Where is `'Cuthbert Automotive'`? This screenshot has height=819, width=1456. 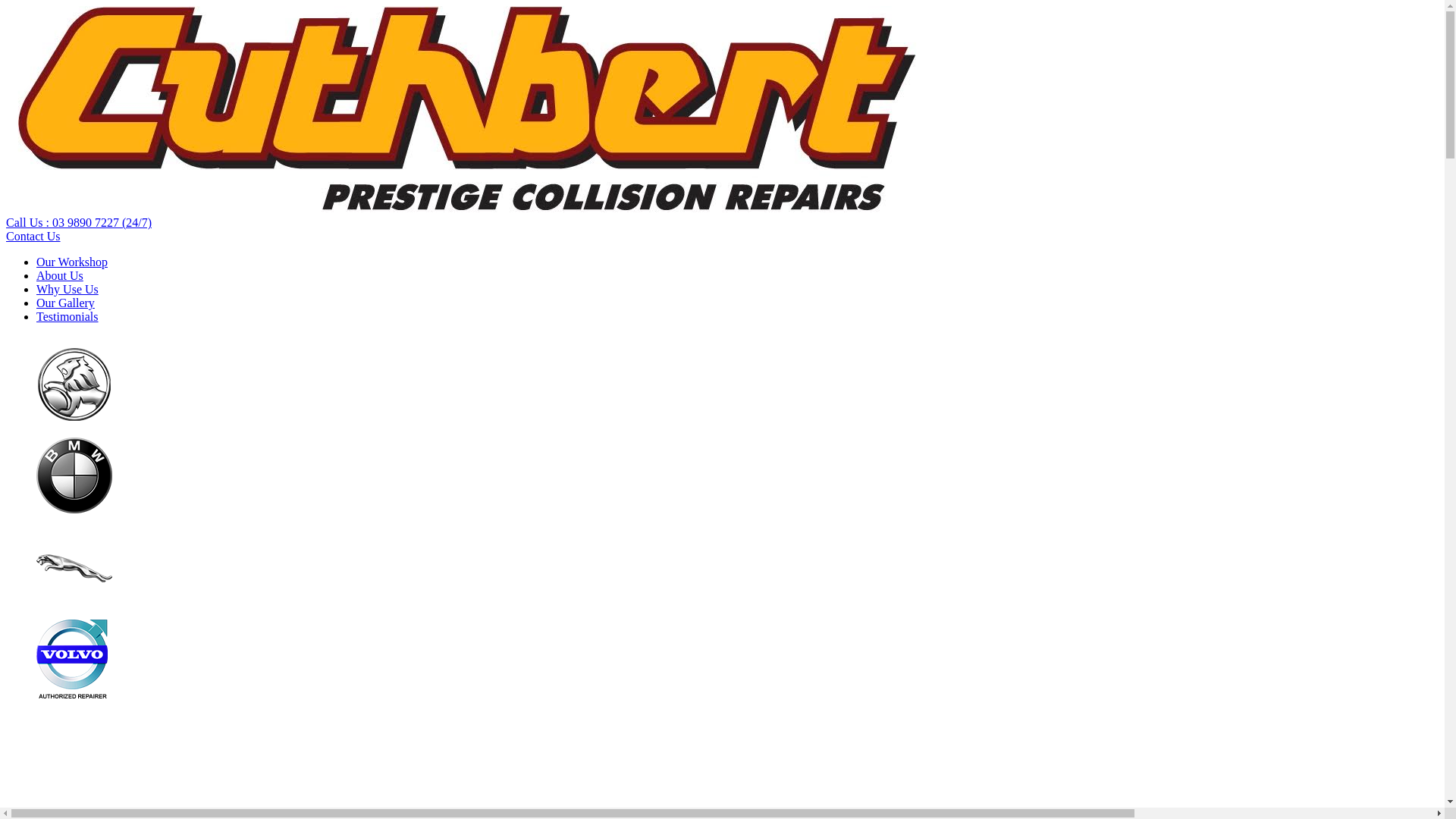 'Cuthbert Automotive' is located at coordinates (462, 209).